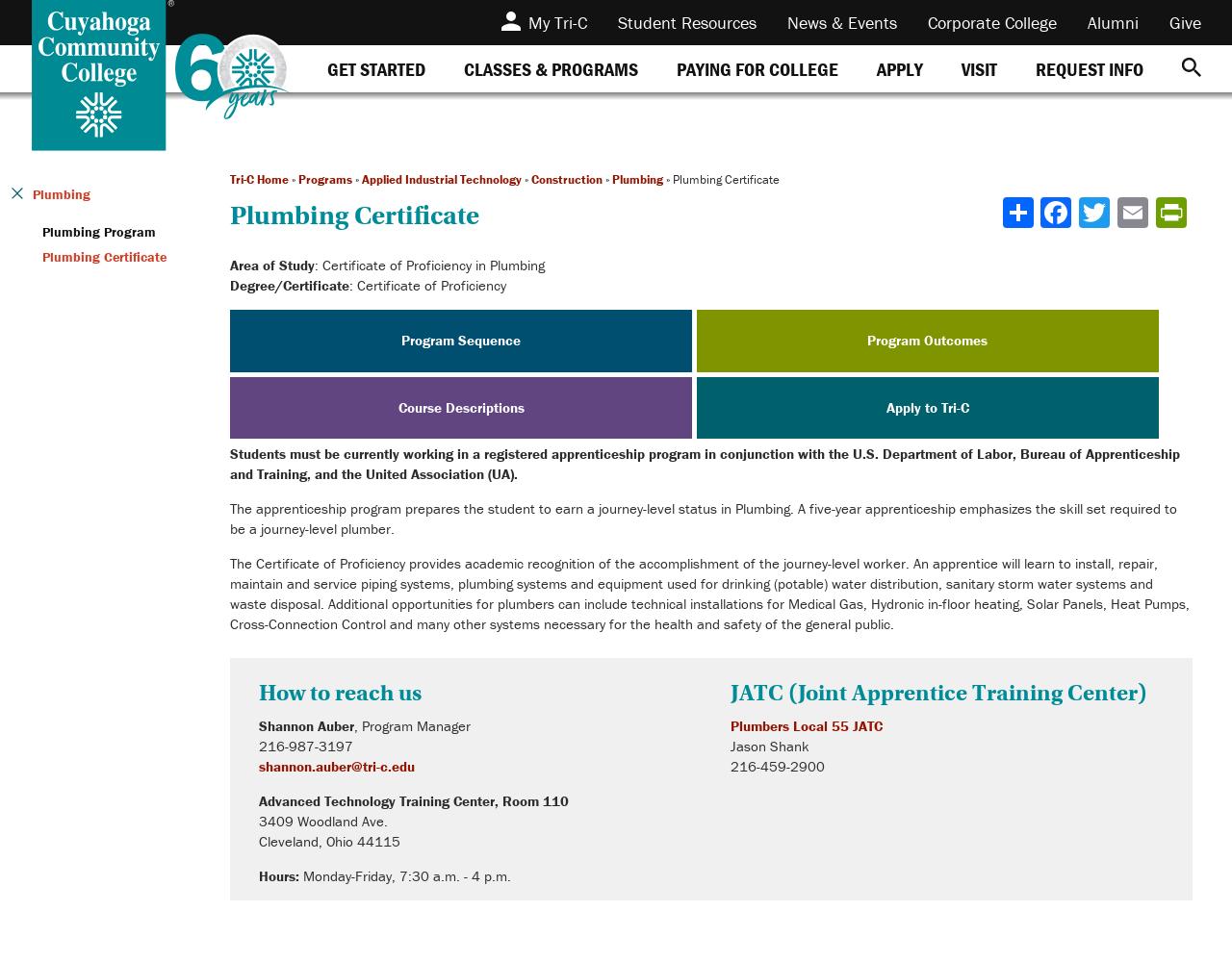  Describe the element at coordinates (304, 746) in the screenshot. I see `'216-987-3197'` at that location.